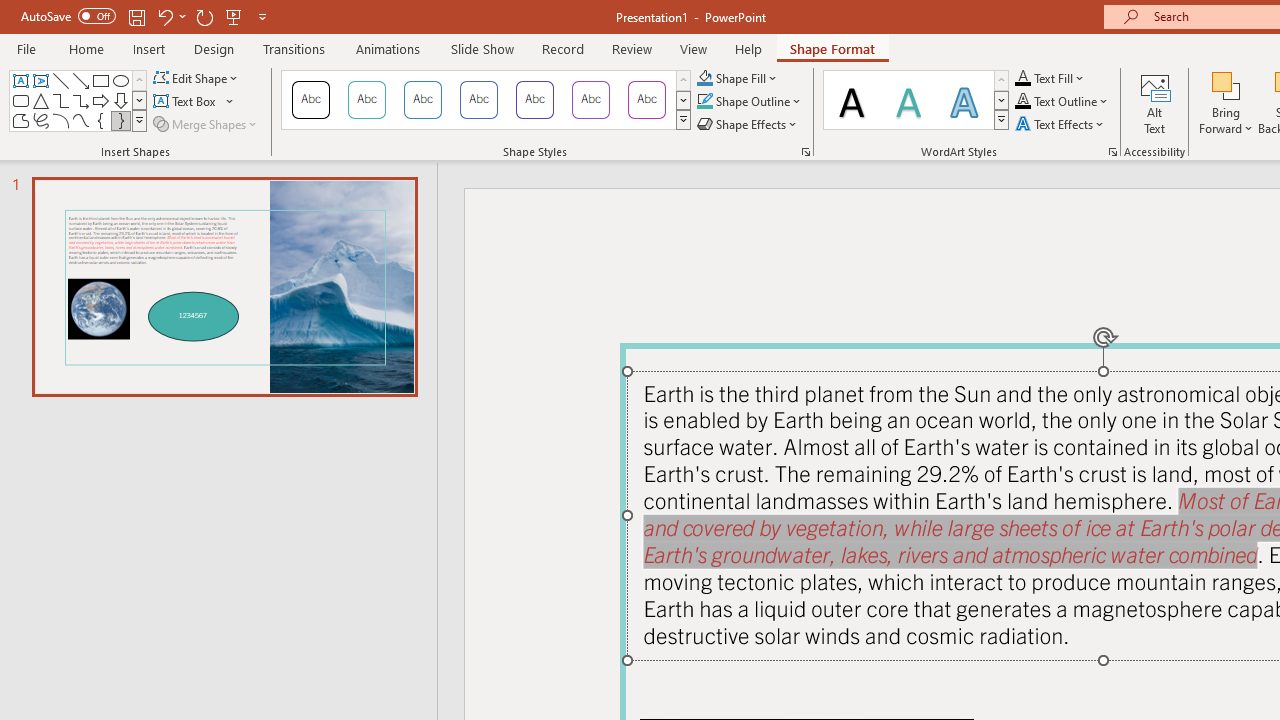 The image size is (1280, 720). What do you see at coordinates (294, 48) in the screenshot?
I see `'Transitions'` at bounding box center [294, 48].